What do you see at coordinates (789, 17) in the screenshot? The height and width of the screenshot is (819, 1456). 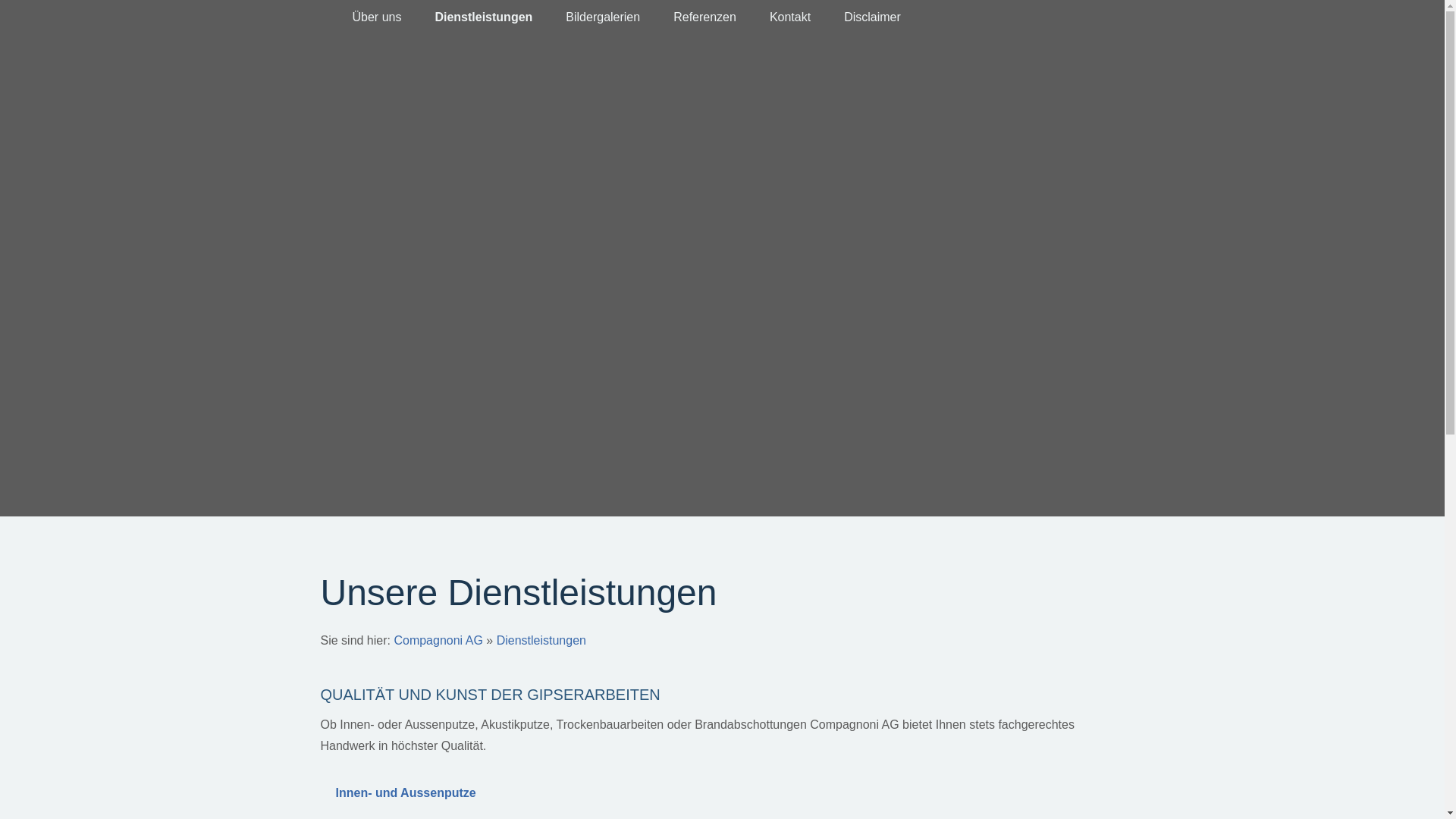 I see `'Kontakt'` at bounding box center [789, 17].